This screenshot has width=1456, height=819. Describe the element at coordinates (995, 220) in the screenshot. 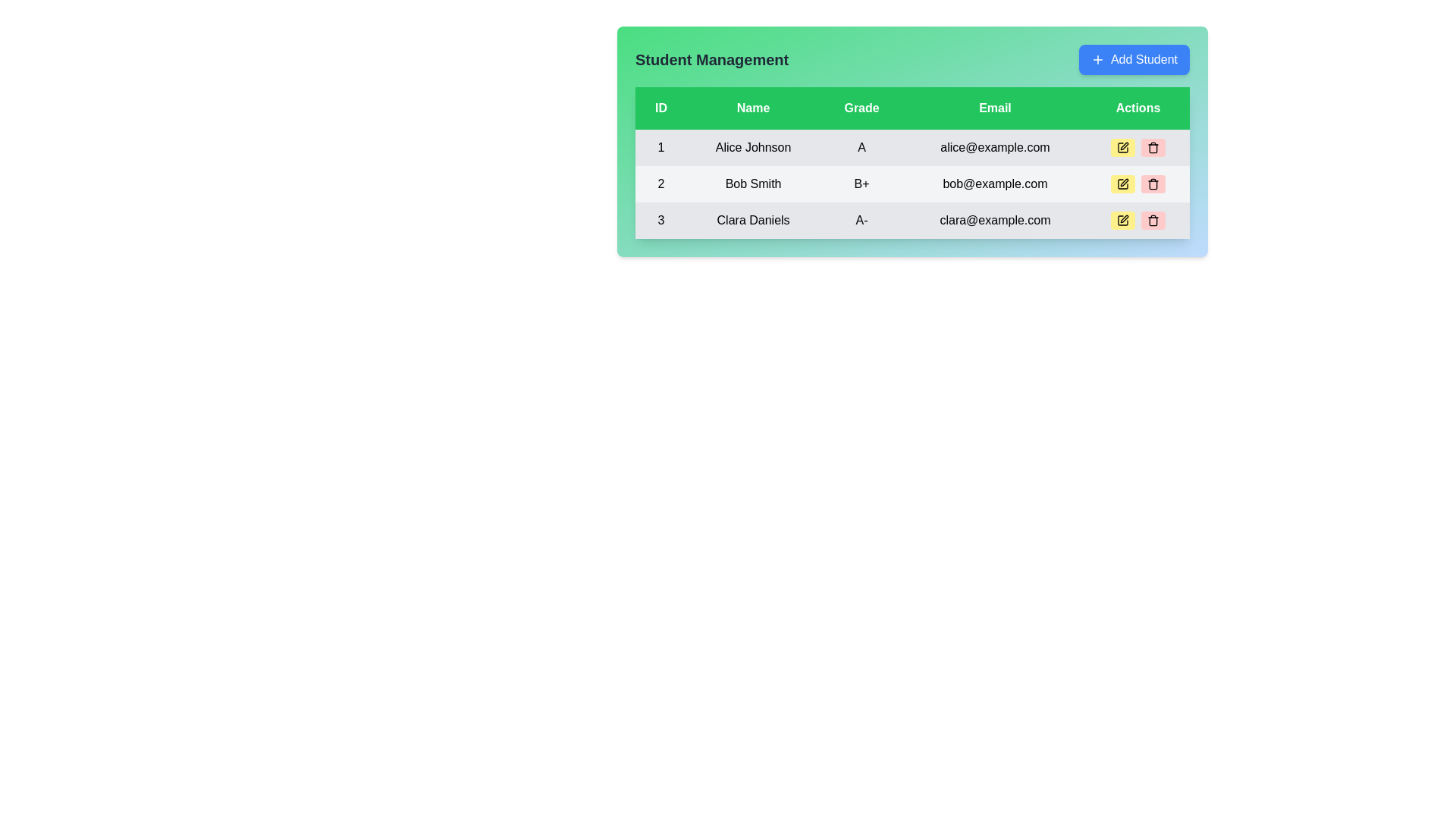

I see `email address 'clara@example.com' associated with 'Clara Daniels' located in the fourth column of the third row of a table-like structure` at that location.